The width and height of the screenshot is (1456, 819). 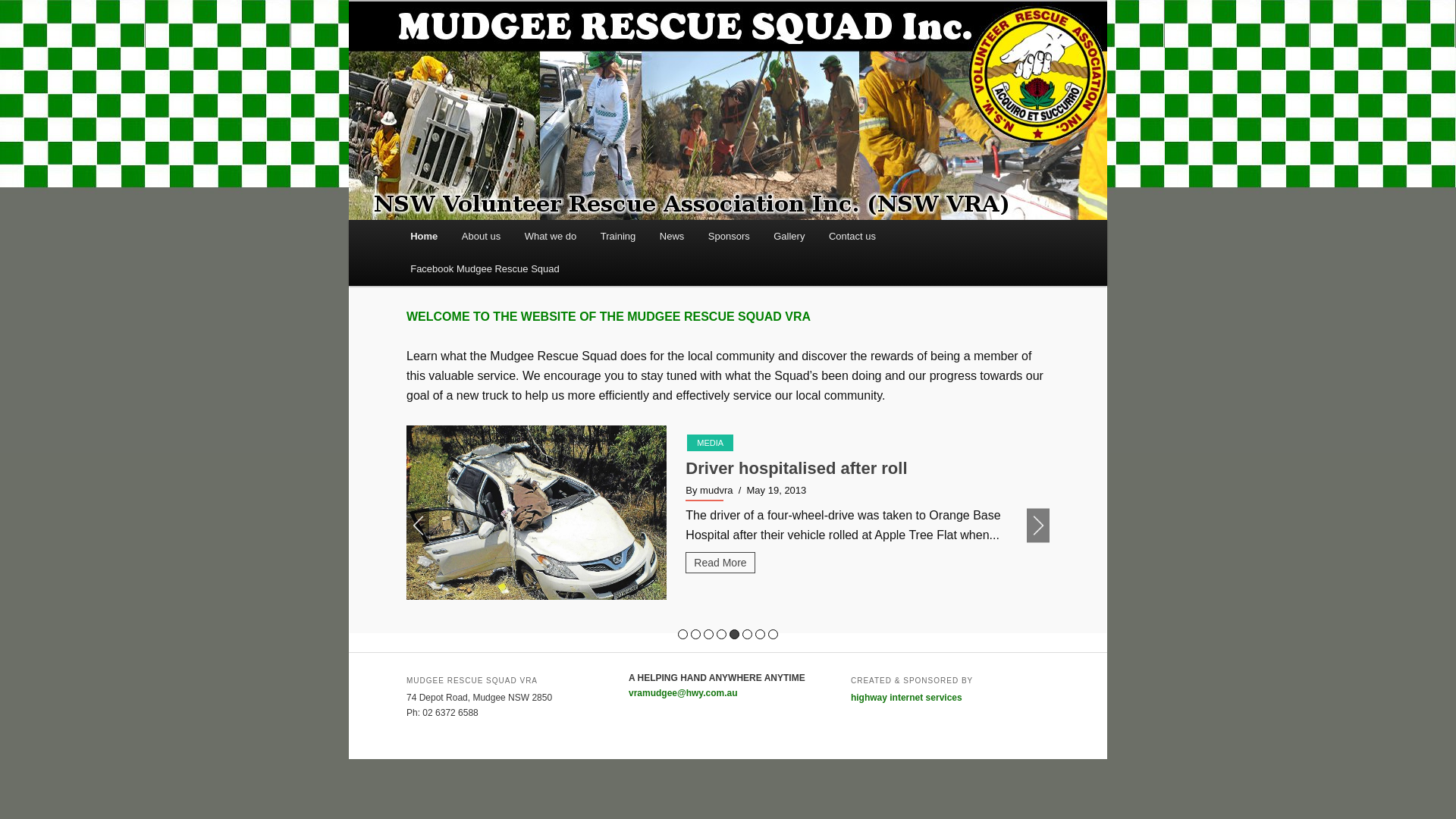 What do you see at coordinates (682, 634) in the screenshot?
I see `'1'` at bounding box center [682, 634].